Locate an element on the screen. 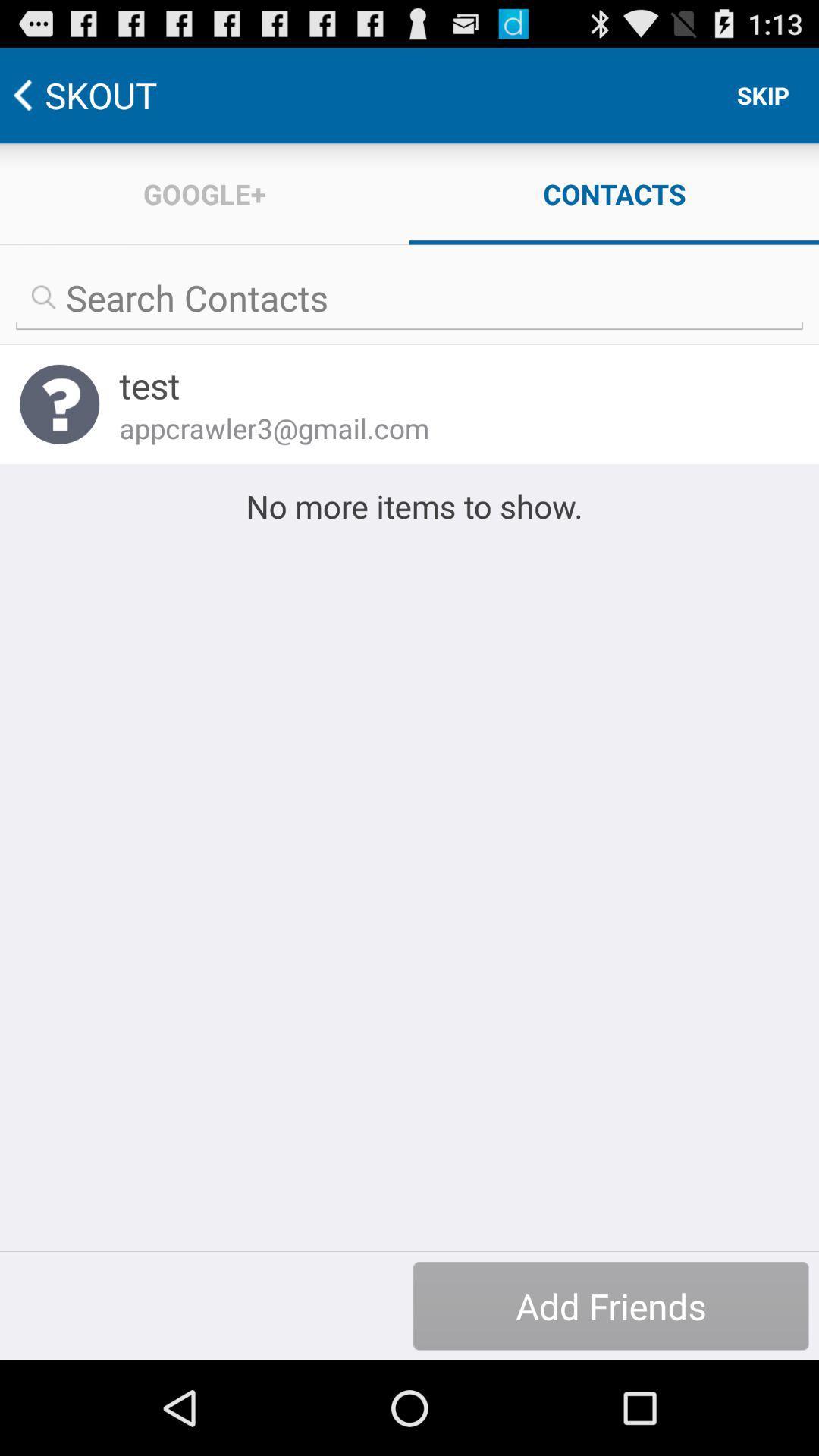  item next to the contacts icon is located at coordinates (205, 193).